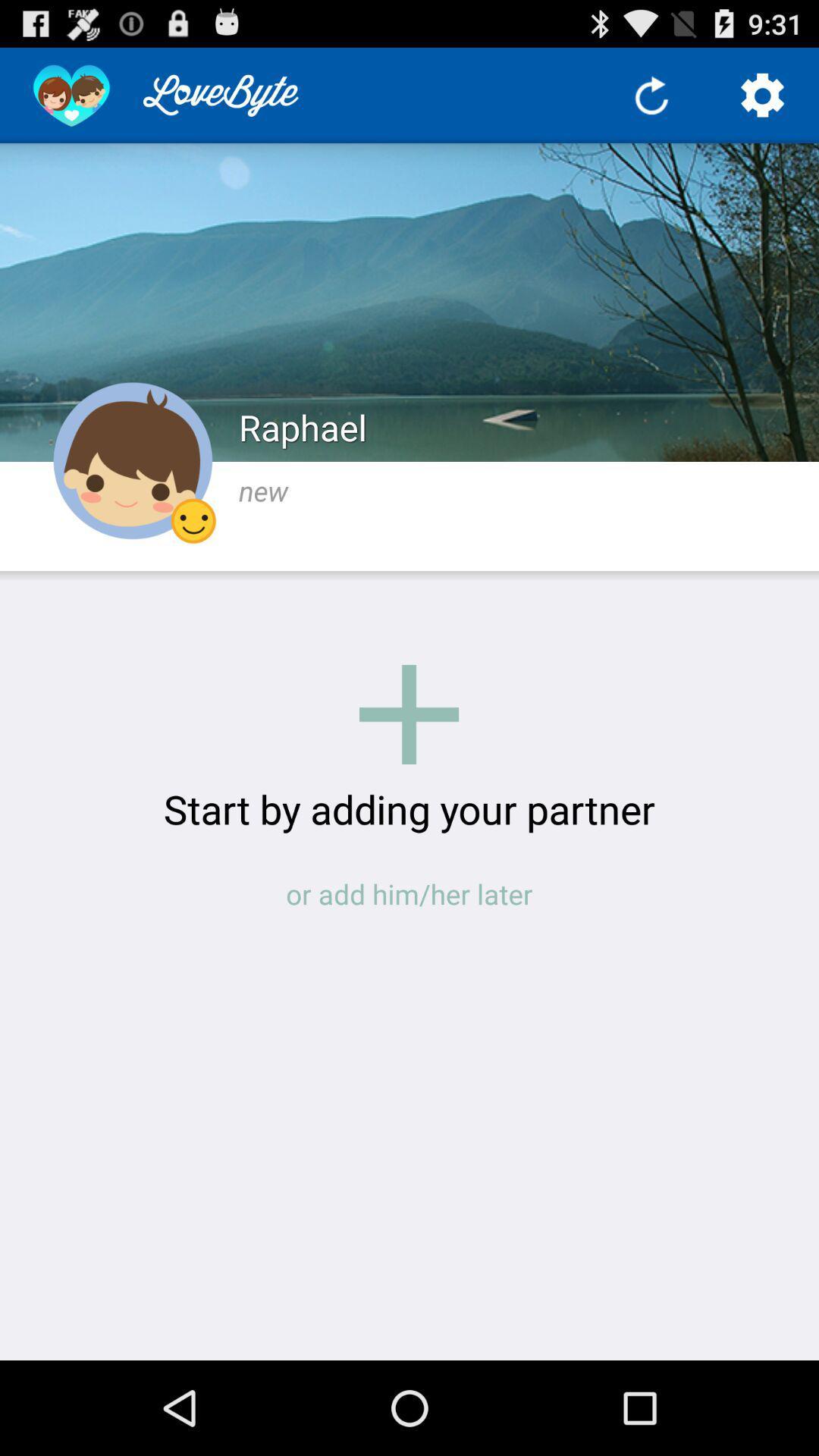 The height and width of the screenshot is (1456, 819). Describe the element at coordinates (409, 894) in the screenshot. I see `or add him` at that location.